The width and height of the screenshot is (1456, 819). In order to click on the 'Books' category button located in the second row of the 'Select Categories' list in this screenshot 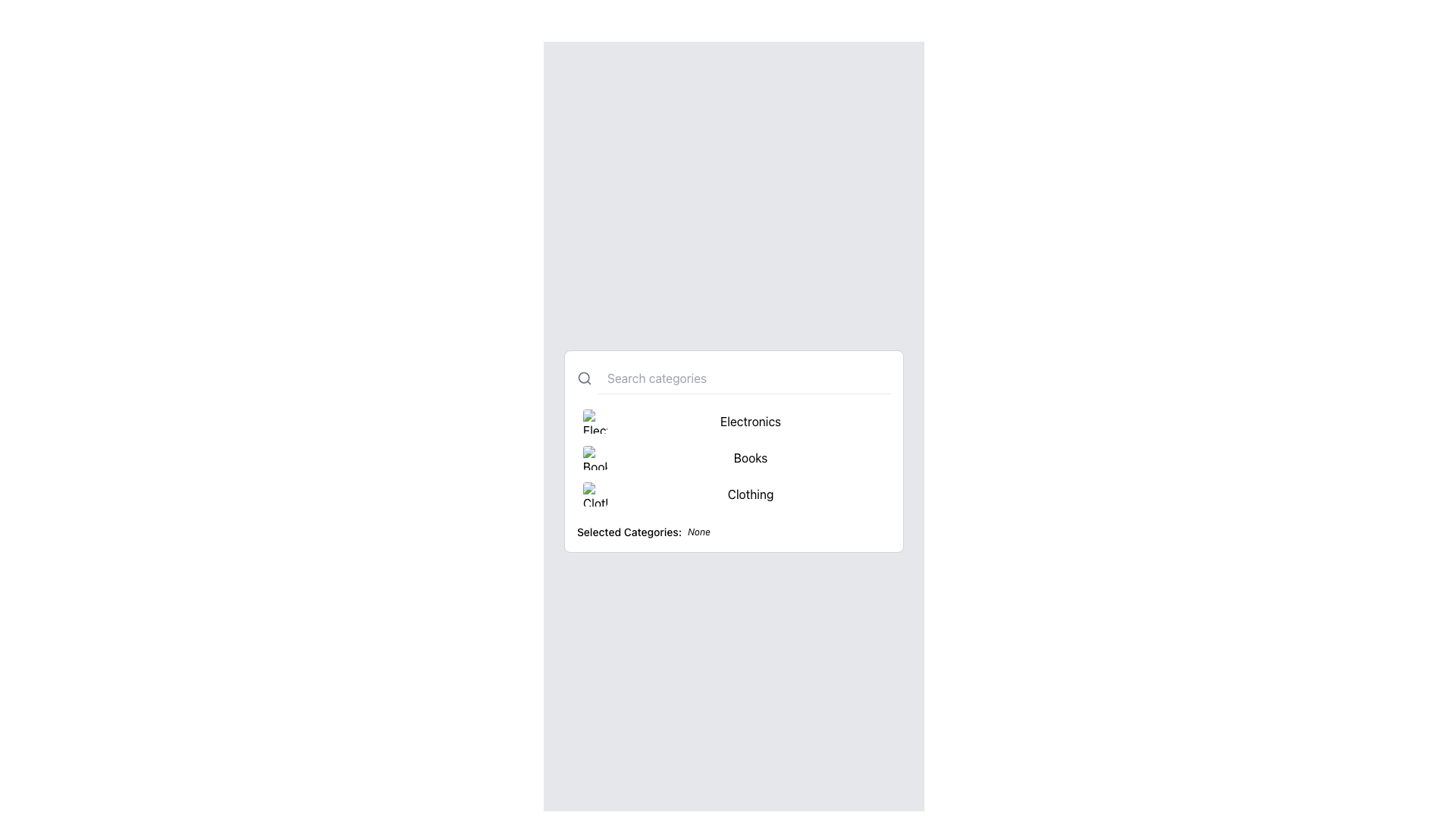, I will do `click(734, 456)`.